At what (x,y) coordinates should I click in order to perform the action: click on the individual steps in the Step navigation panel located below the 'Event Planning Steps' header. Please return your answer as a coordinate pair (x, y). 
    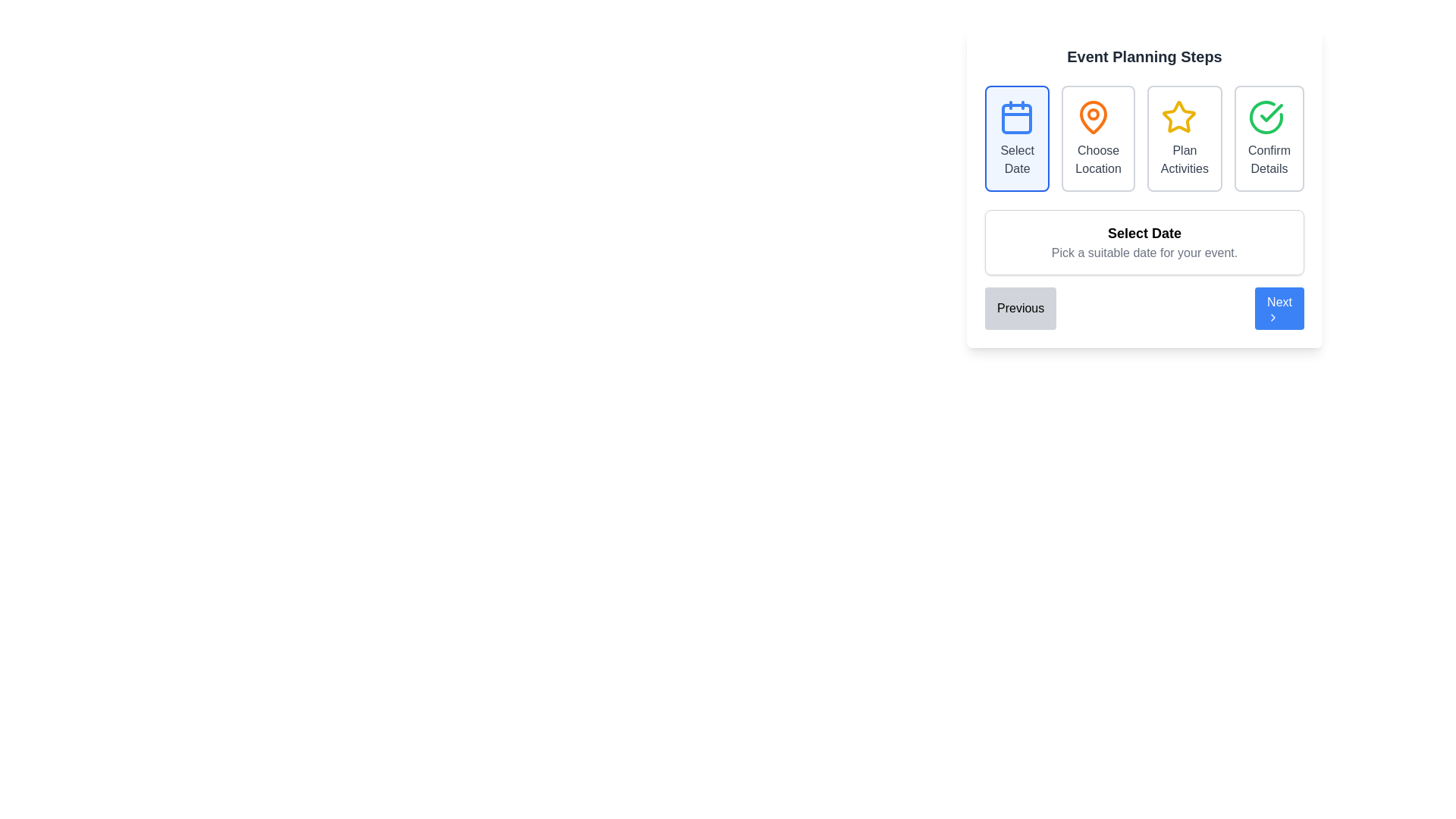
    Looking at the image, I should click on (1144, 138).